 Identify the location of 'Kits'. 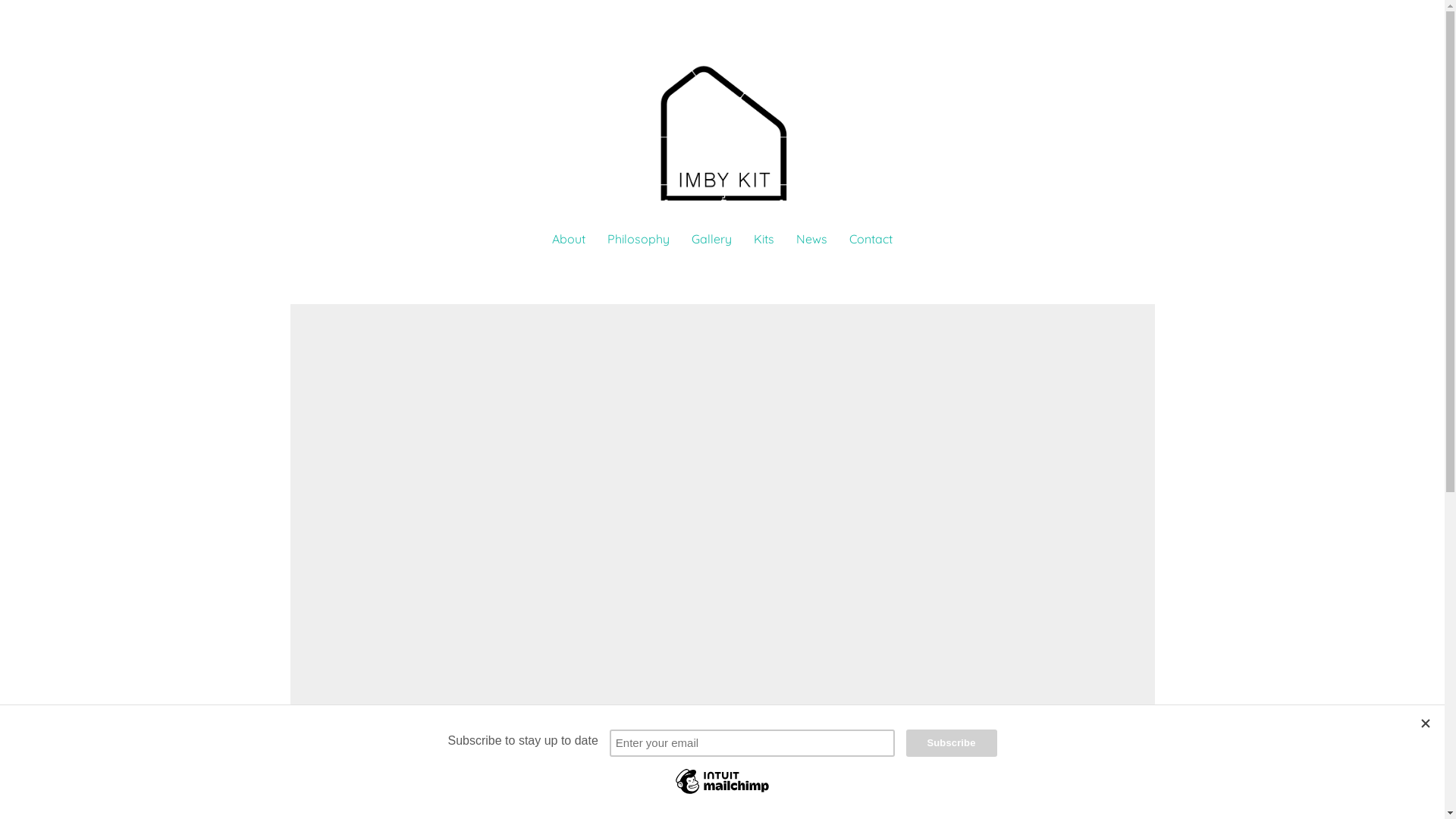
(764, 239).